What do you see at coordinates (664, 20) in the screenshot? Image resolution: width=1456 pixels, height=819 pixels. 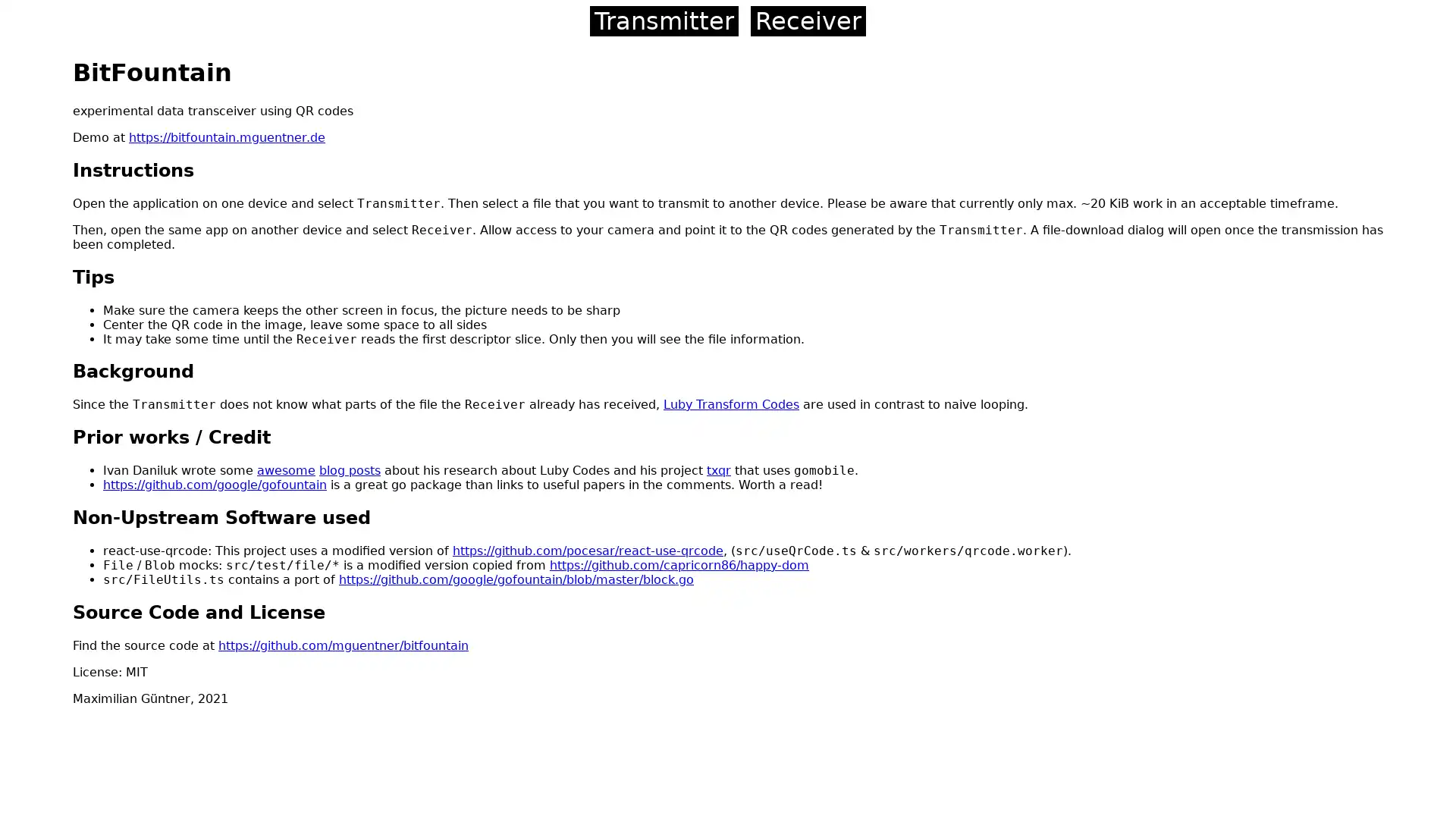 I see `Transmitter` at bounding box center [664, 20].